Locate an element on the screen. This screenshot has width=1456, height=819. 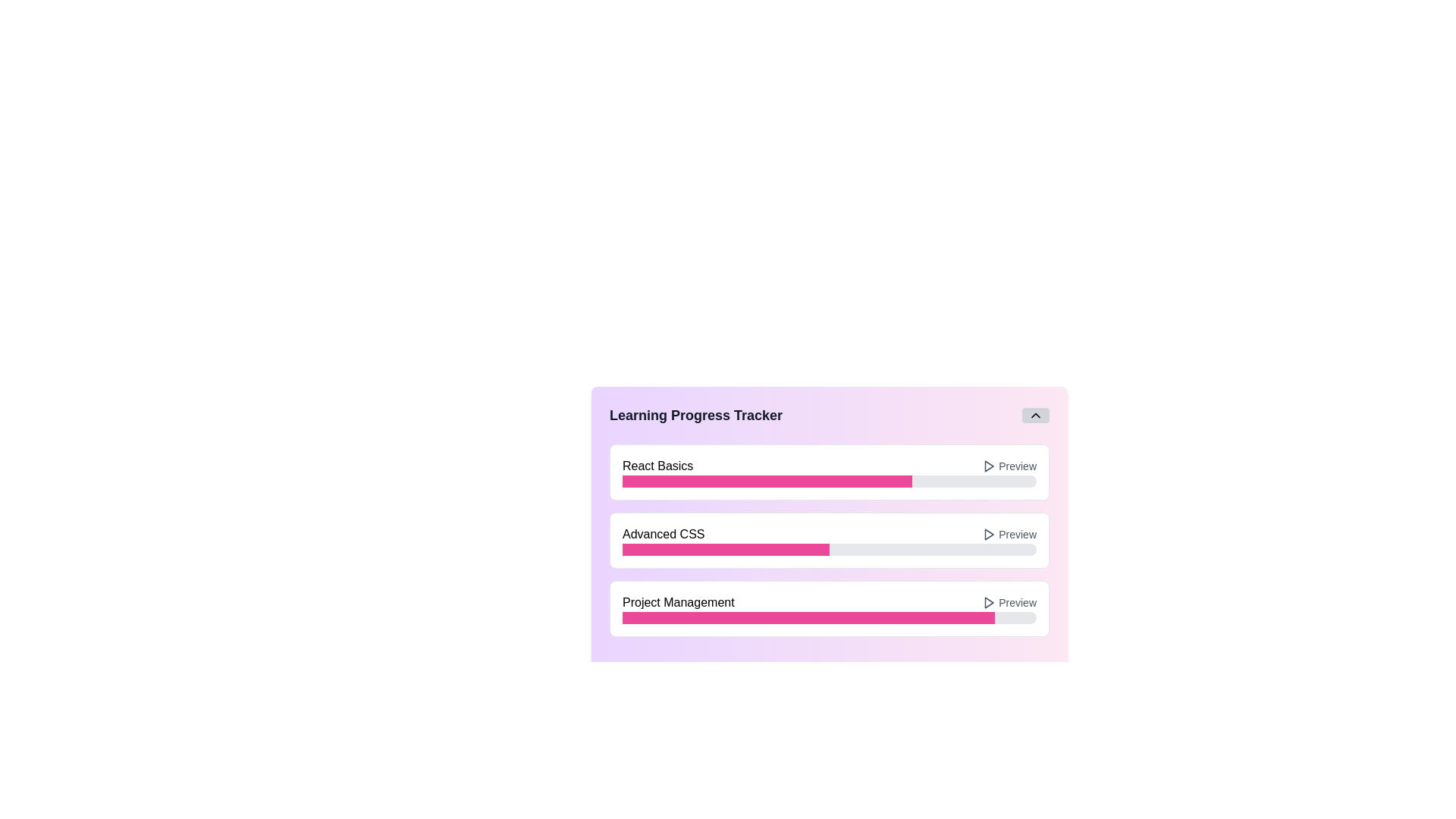
the play action icon button located next to the 'Advanced CSS' label is located at coordinates (989, 534).